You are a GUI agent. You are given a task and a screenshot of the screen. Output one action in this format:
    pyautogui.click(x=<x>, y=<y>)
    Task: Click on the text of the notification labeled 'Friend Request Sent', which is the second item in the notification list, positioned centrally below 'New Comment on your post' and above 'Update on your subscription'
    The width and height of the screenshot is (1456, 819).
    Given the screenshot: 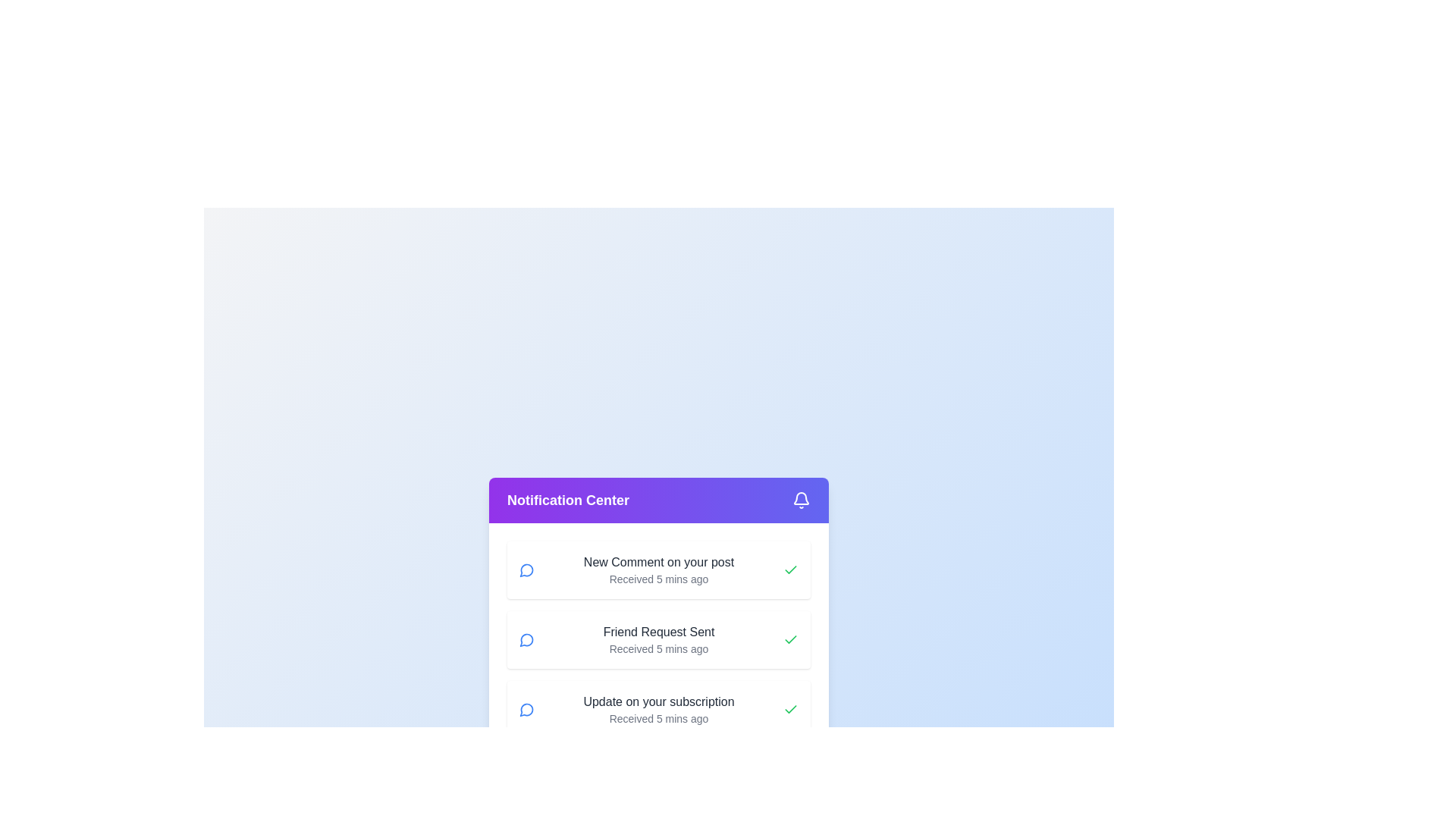 What is the action you would take?
    pyautogui.click(x=658, y=640)
    